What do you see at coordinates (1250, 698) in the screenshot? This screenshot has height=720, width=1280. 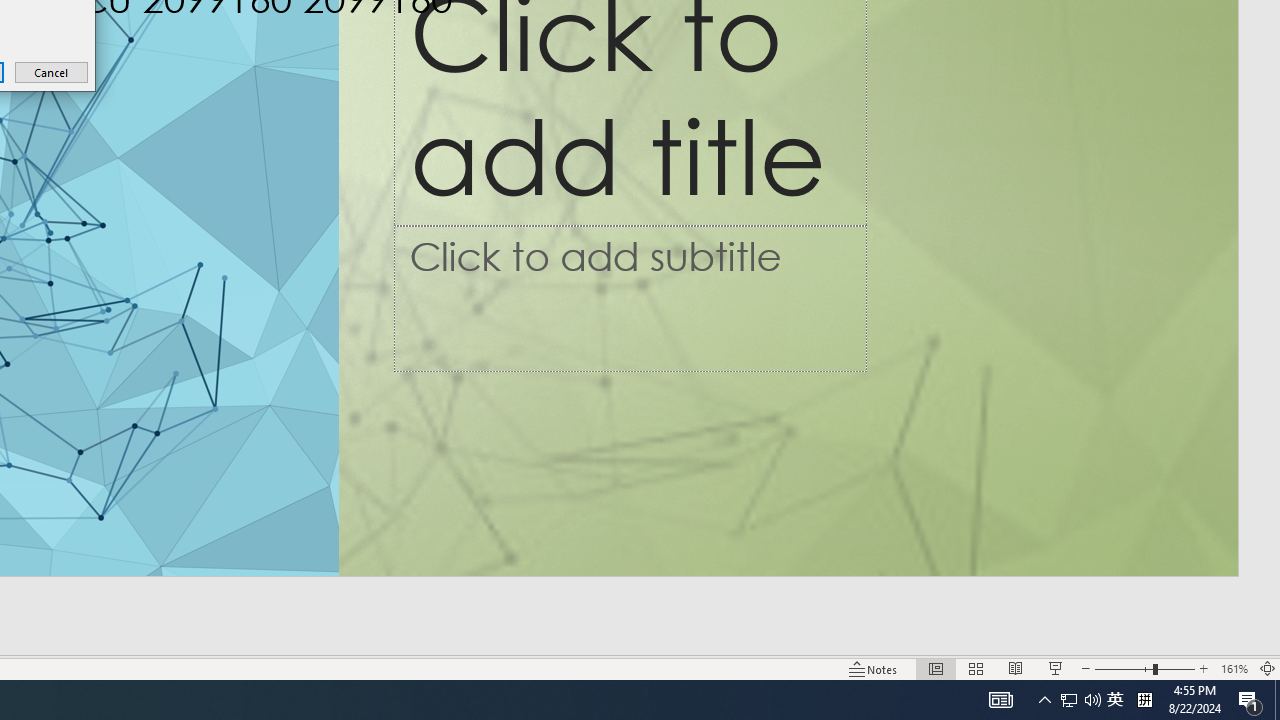 I see `'Action Center, 1 new notification'` at bounding box center [1250, 698].